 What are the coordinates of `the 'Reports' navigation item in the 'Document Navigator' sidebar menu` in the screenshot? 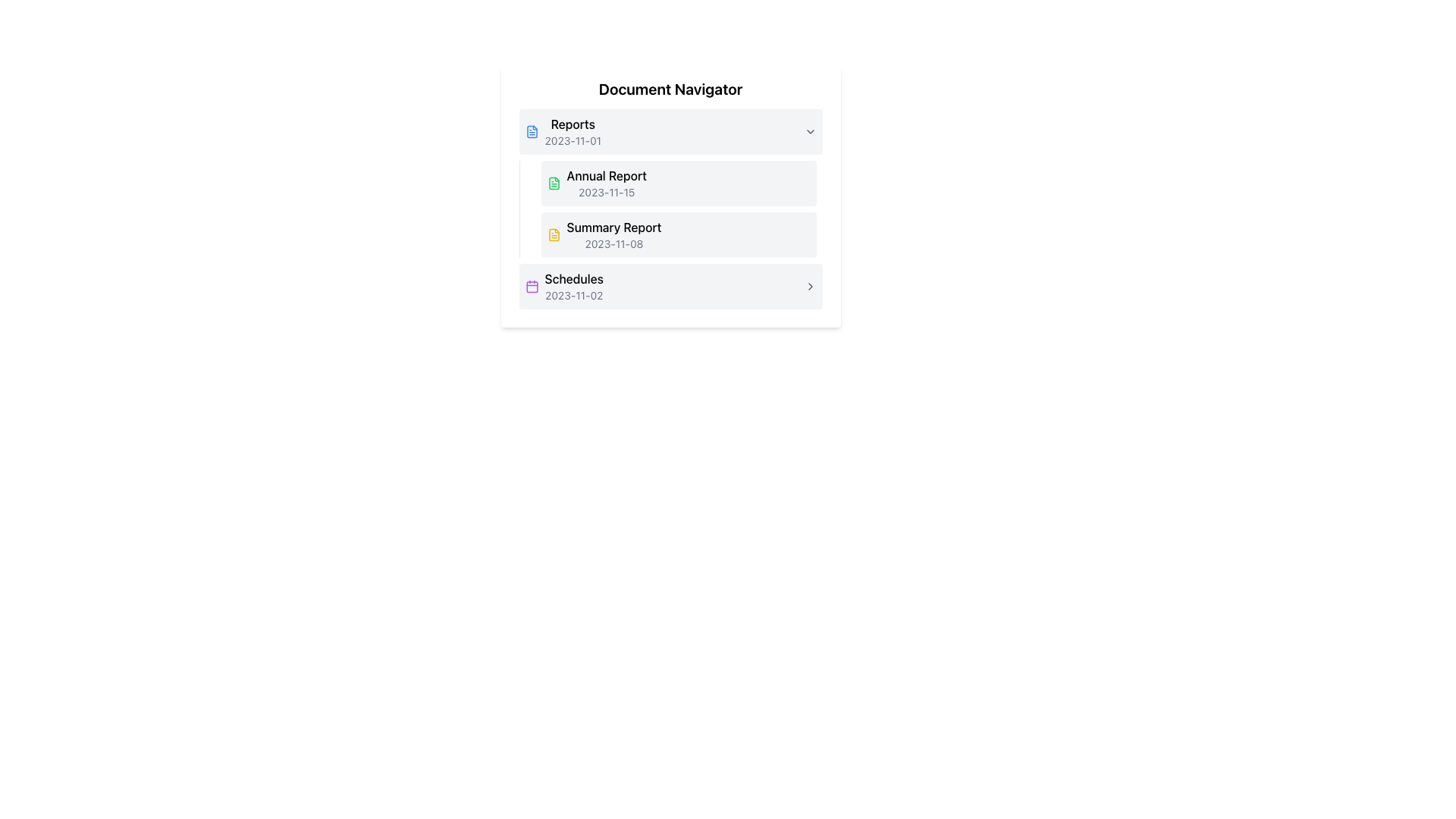 It's located at (572, 130).